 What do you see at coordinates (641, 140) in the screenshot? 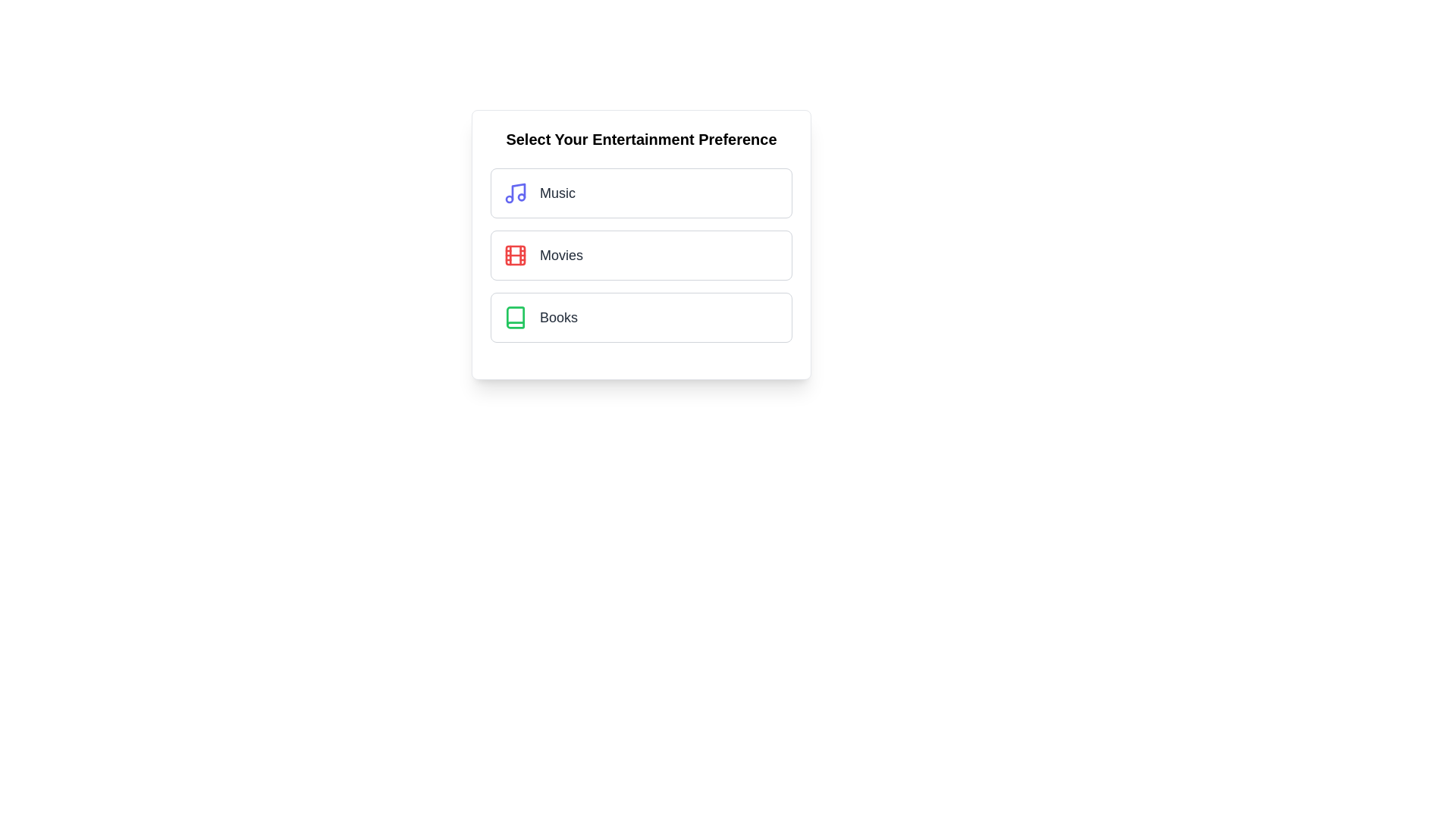
I see `the header text label indicating entertainment preferences, which is located above the options for 'Music', 'Movies', and 'Books'` at bounding box center [641, 140].